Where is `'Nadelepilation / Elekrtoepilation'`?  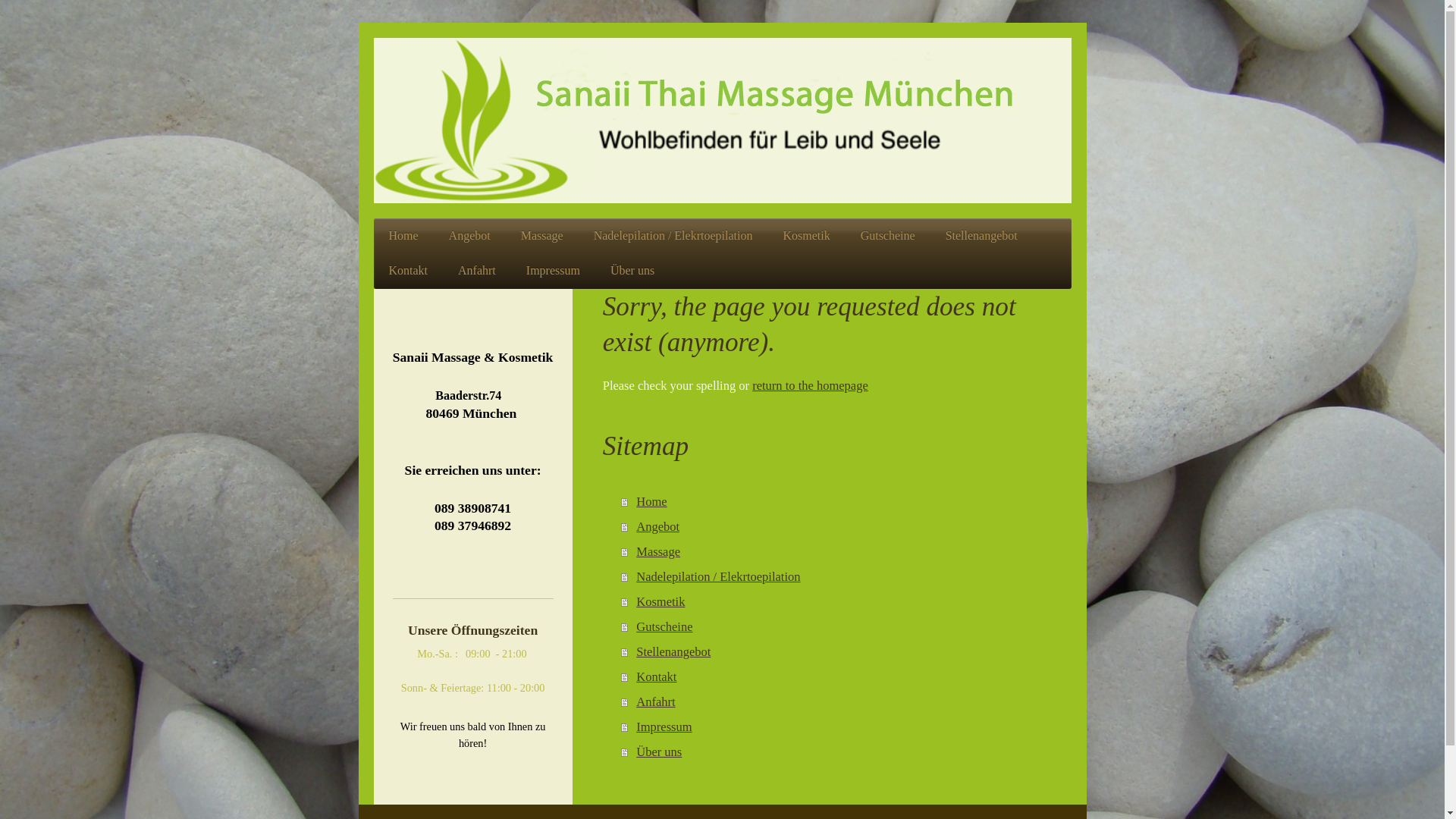 'Nadelepilation / Elekrtoepilation' is located at coordinates (673, 236).